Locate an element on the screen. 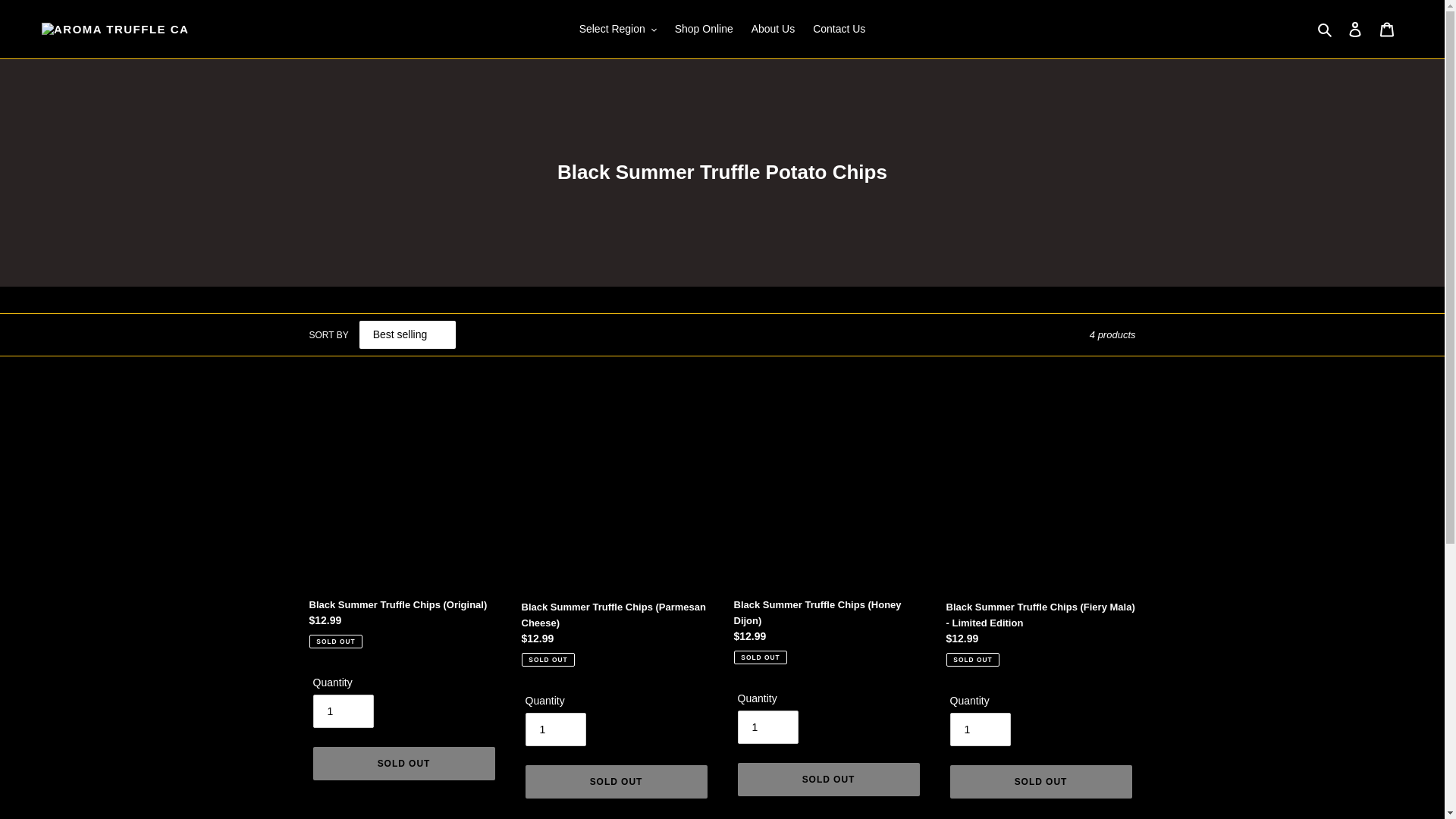 Image resolution: width=1456 pixels, height=819 pixels. 'Search' is located at coordinates (1325, 29).